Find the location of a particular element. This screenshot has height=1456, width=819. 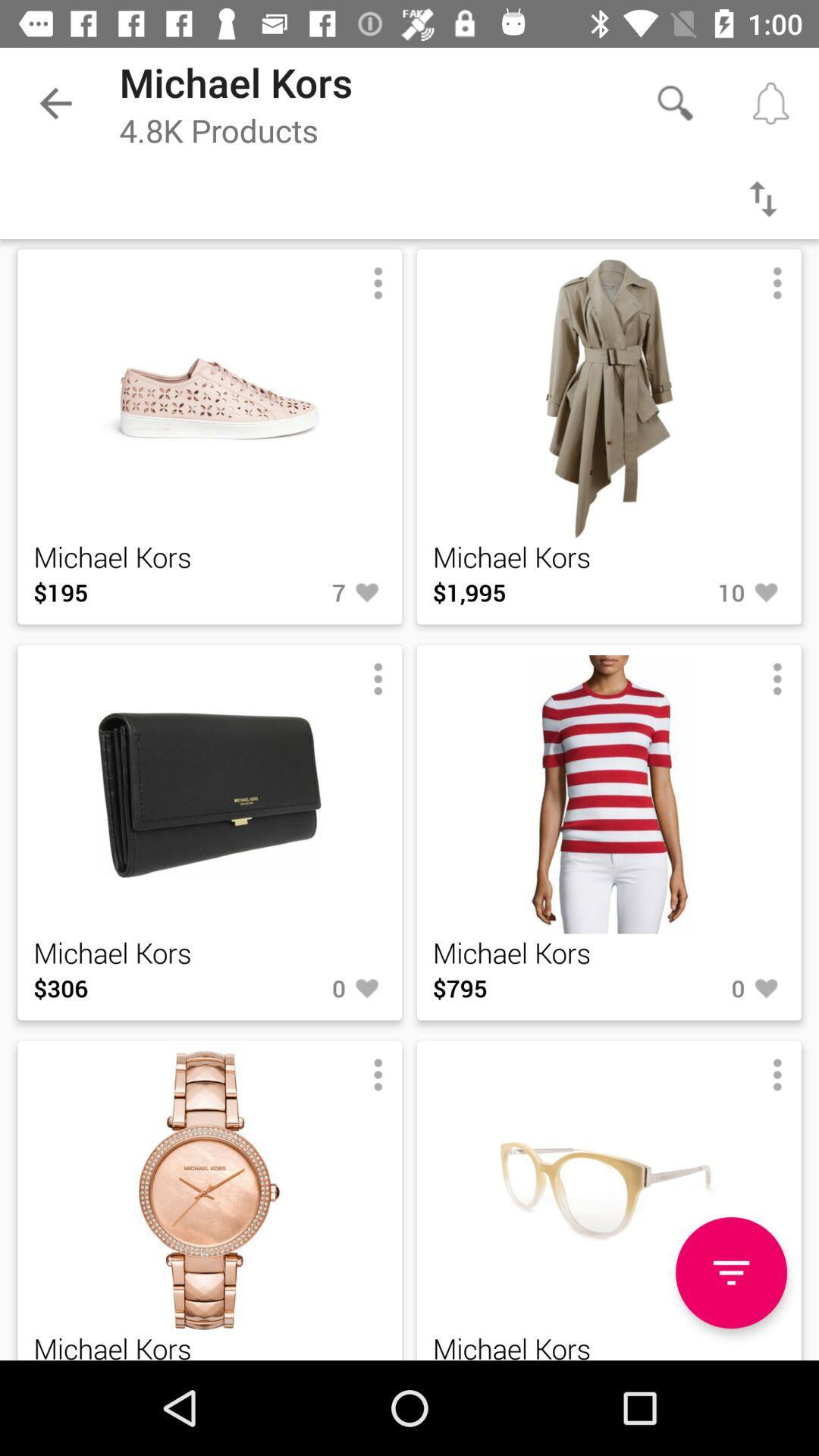

item to the right of $1,995 icon is located at coordinates (697, 591).